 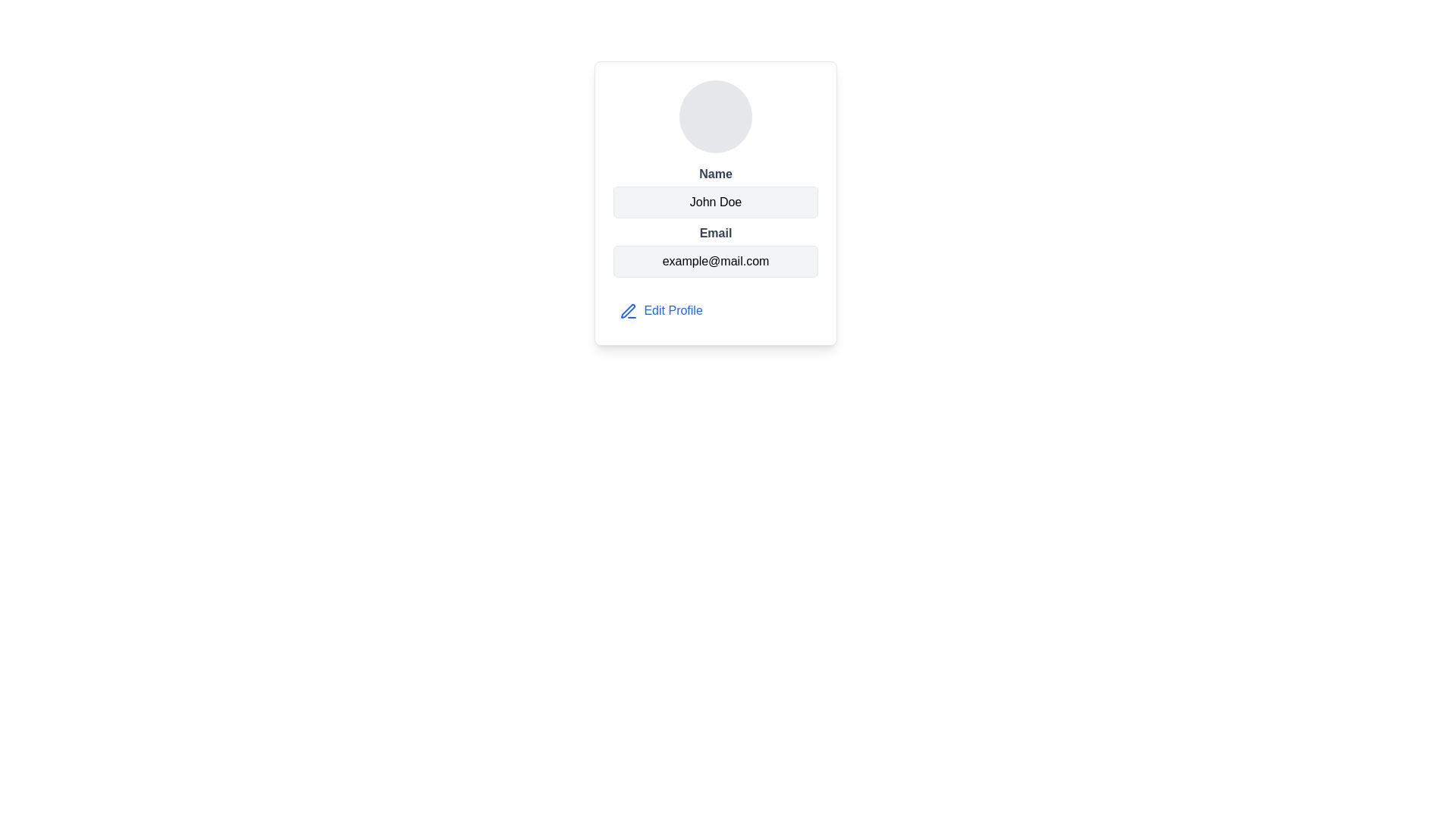 I want to click on the static text box displaying the user's email address located below the 'Email' label in the profile card layout, so click(x=715, y=260).